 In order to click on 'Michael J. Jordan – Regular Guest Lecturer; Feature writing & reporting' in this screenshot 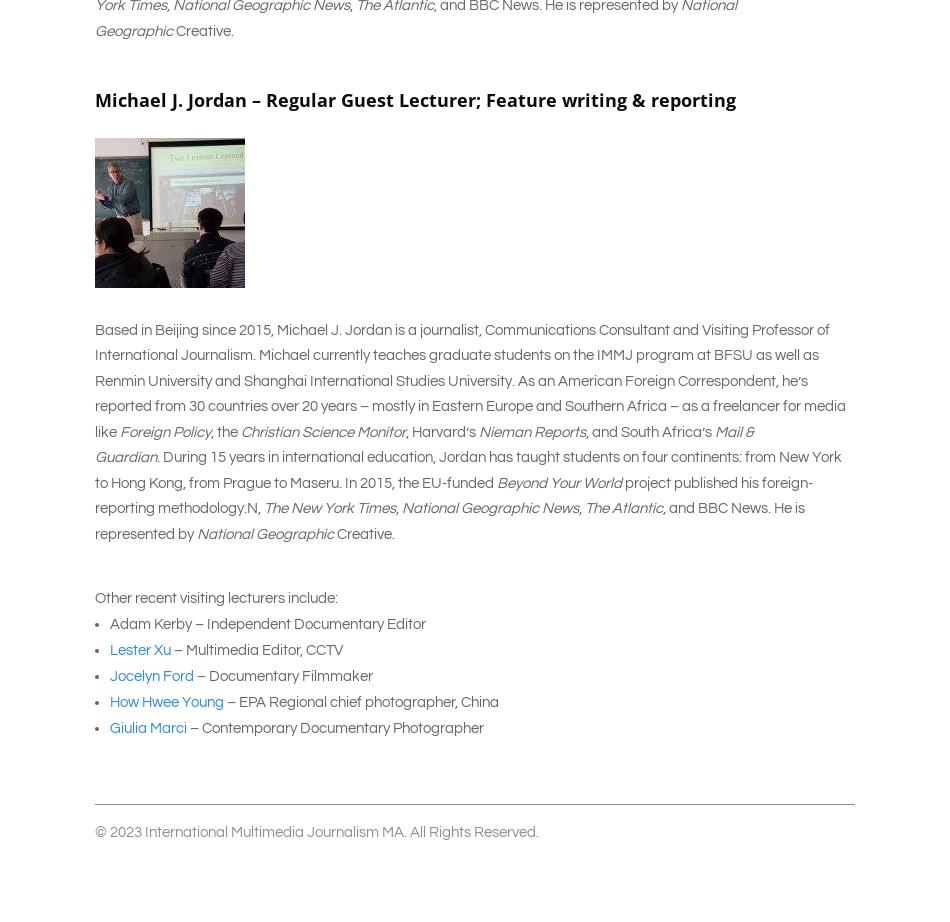, I will do `click(414, 100)`.